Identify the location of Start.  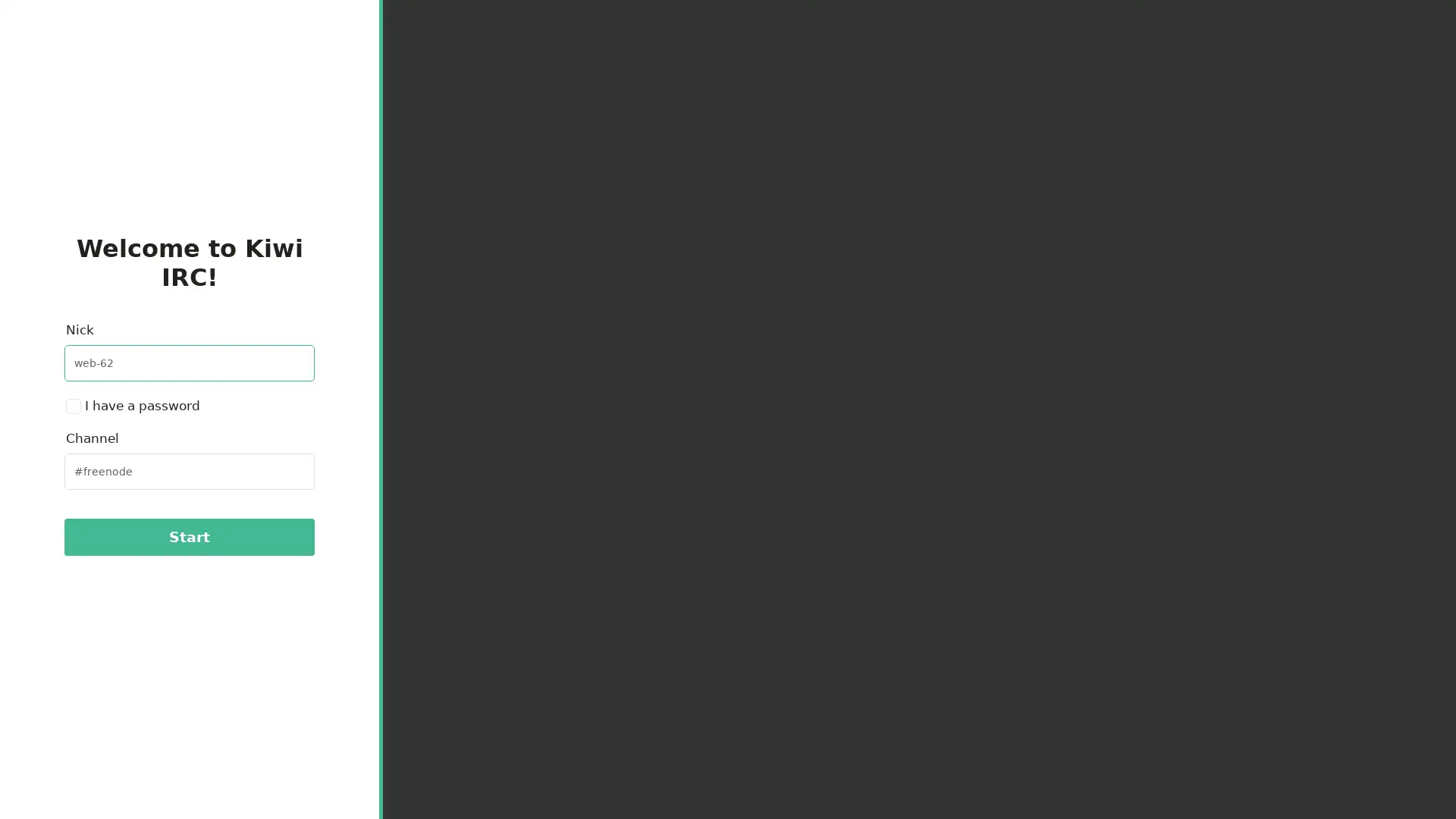
(188, 536).